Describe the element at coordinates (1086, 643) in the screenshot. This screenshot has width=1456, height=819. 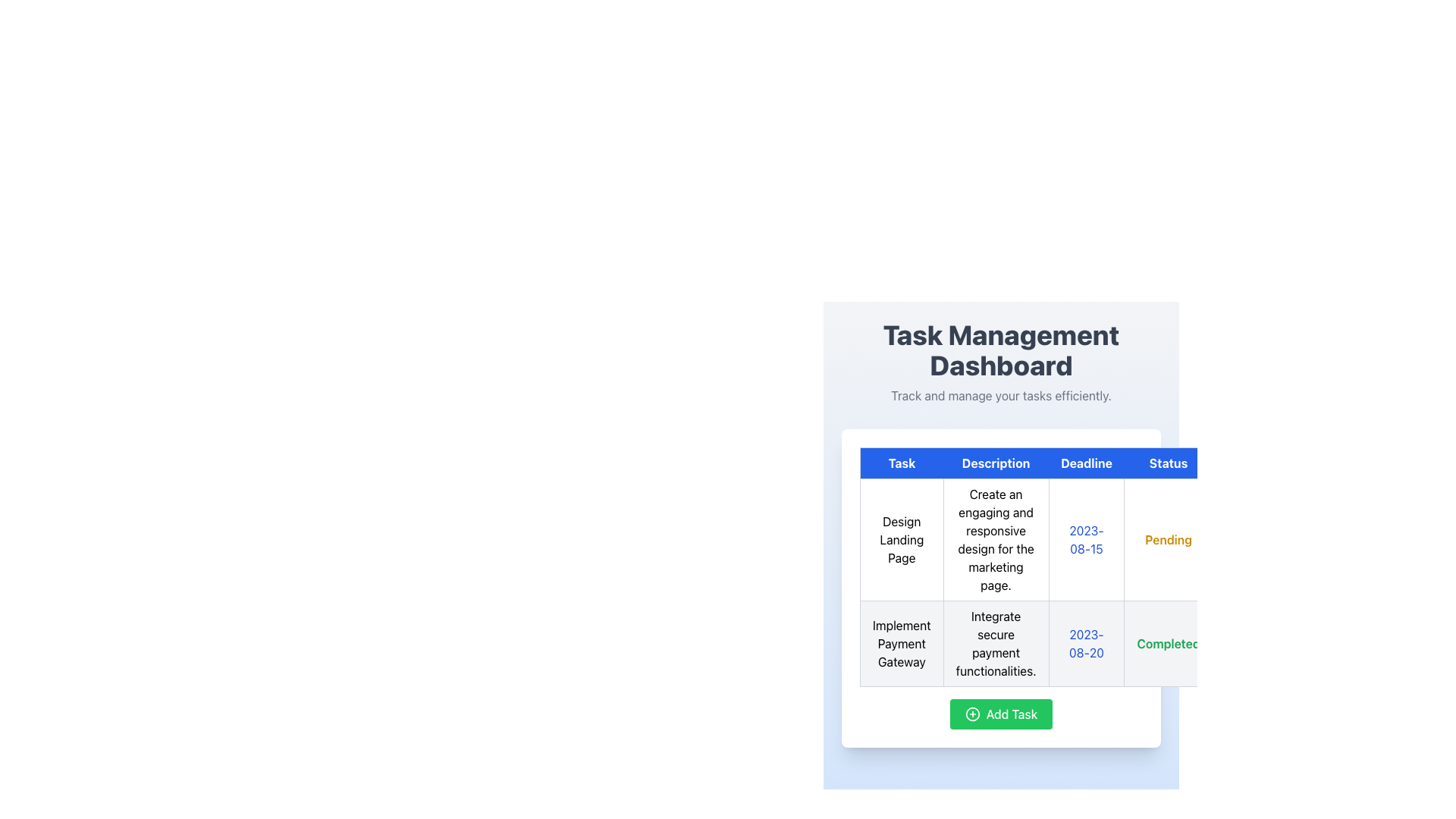
I see `the Static Label displaying the date '2023-08-20' in the 'Deadline' column of the 'Implement Payment Gateway' row` at that location.